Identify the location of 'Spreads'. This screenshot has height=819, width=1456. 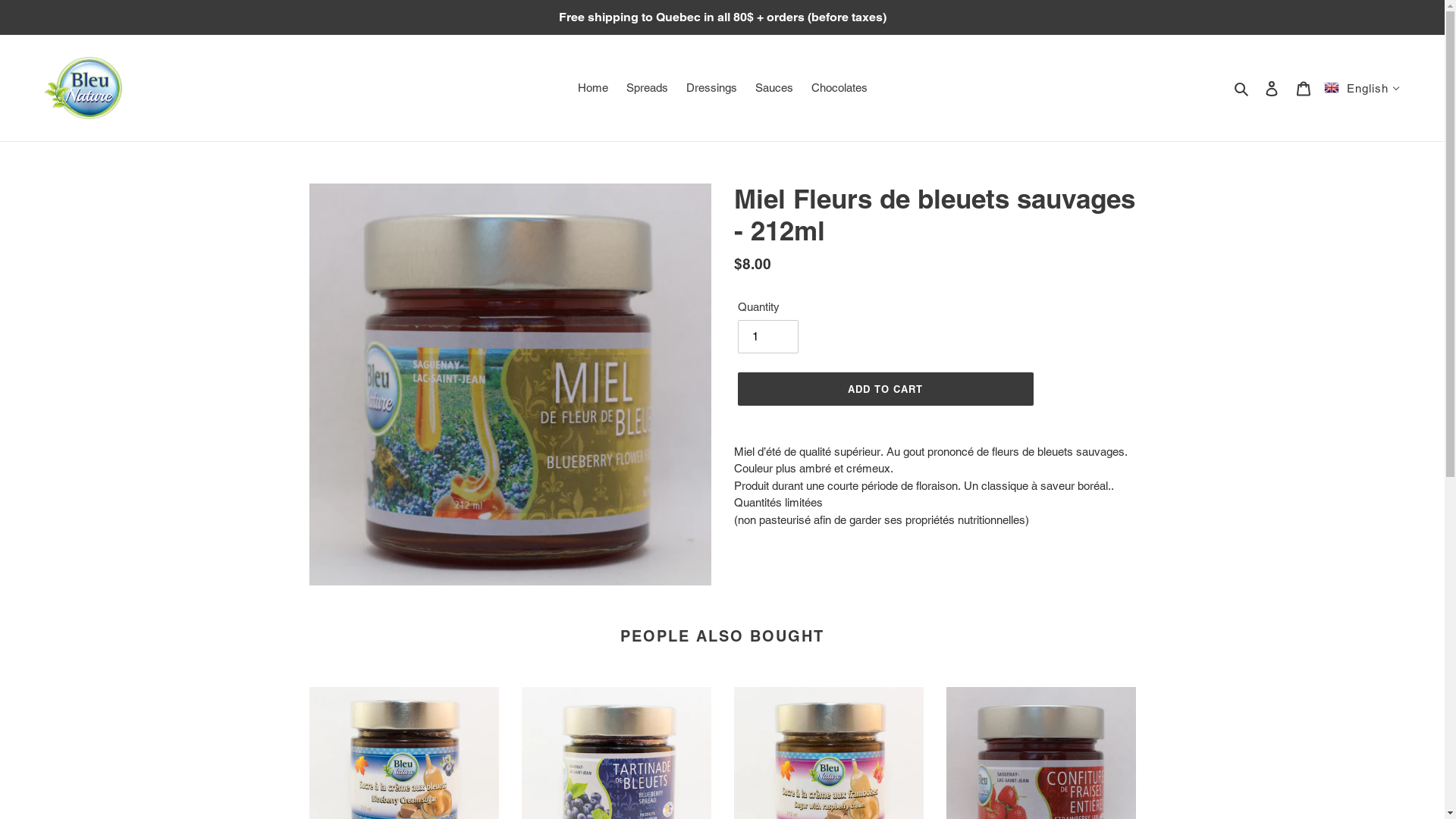
(647, 88).